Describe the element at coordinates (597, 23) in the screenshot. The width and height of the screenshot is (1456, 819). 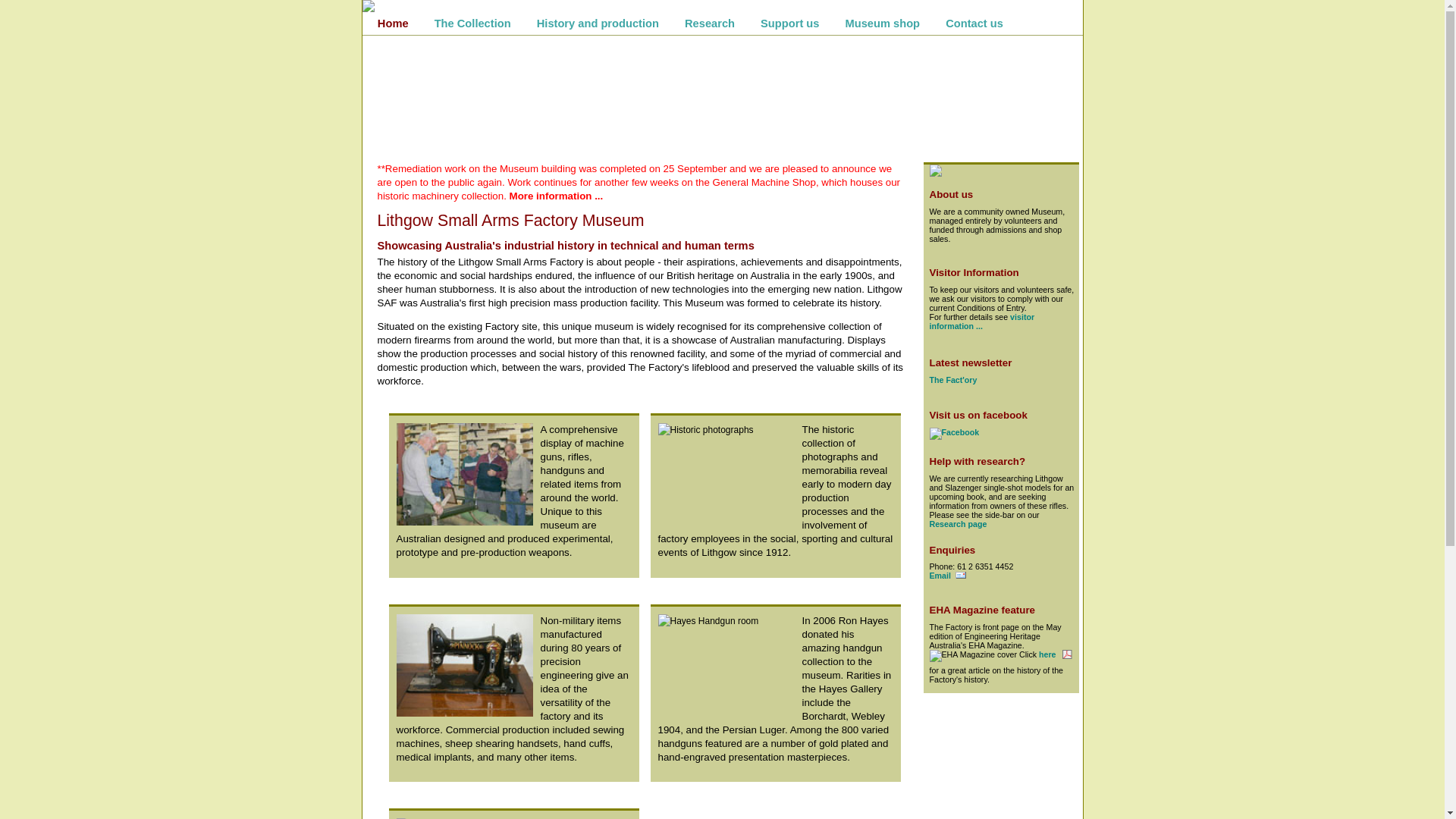
I see `'History and production'` at that location.